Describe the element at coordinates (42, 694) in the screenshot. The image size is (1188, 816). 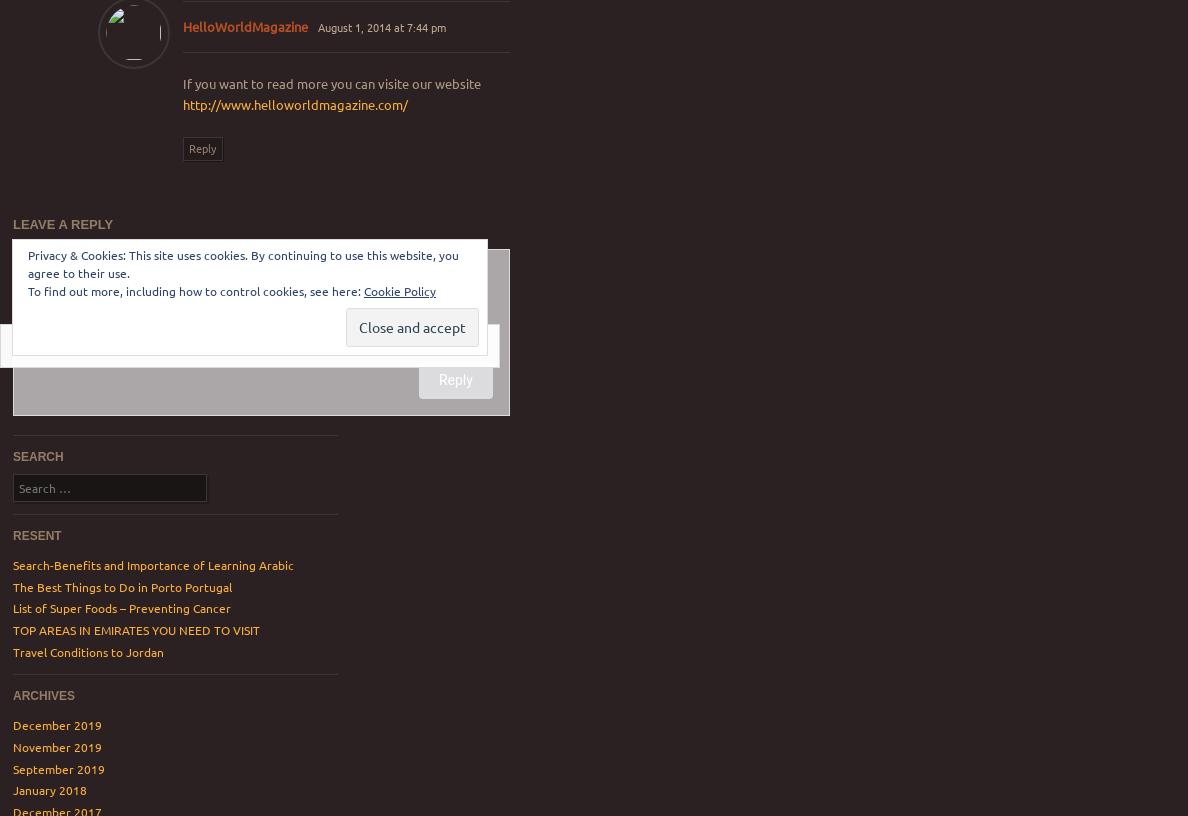
I see `'Archives'` at that location.